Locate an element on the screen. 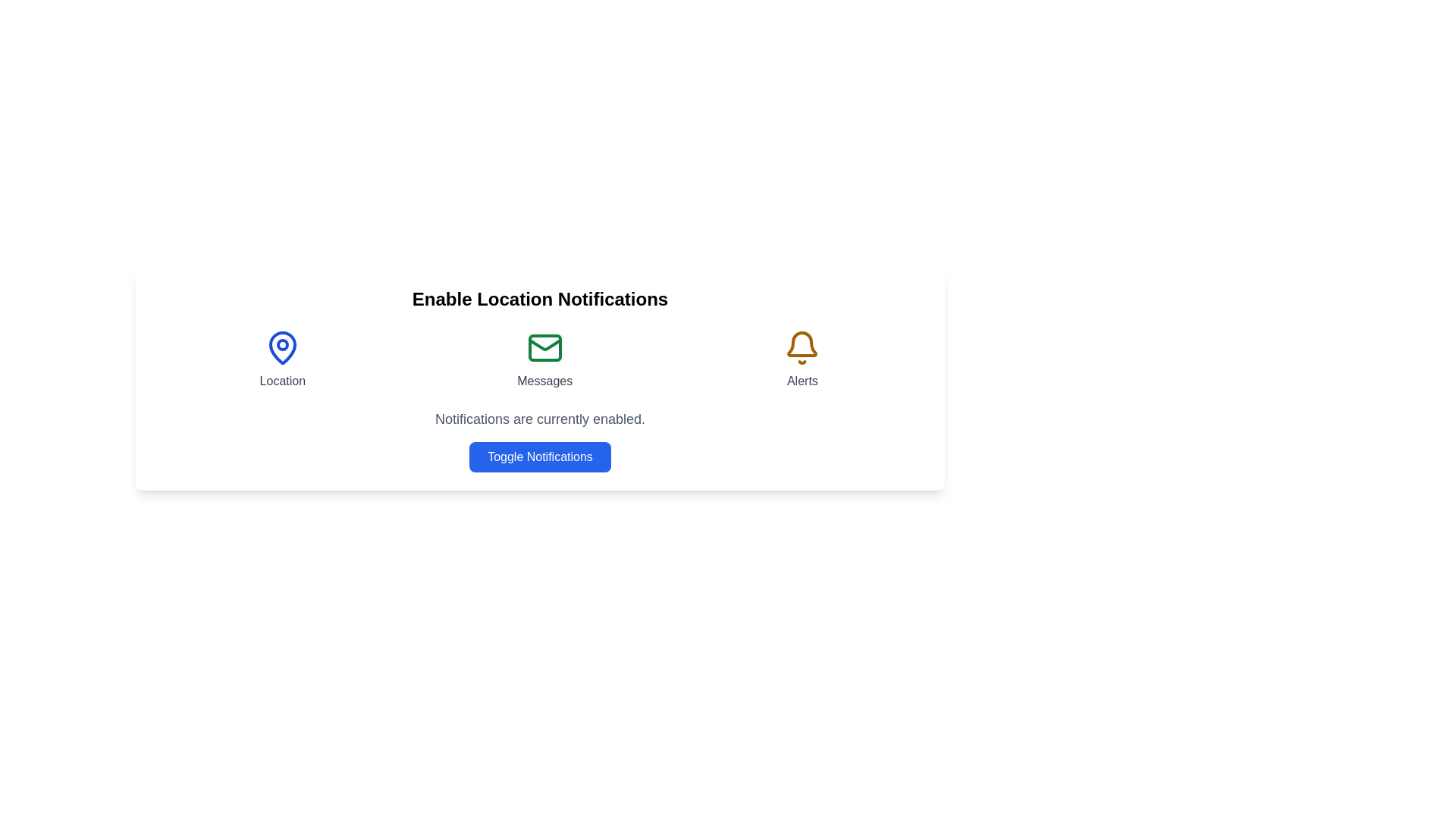 The width and height of the screenshot is (1456, 819). the 'Location' icon with a blue location pin is located at coordinates (282, 359).